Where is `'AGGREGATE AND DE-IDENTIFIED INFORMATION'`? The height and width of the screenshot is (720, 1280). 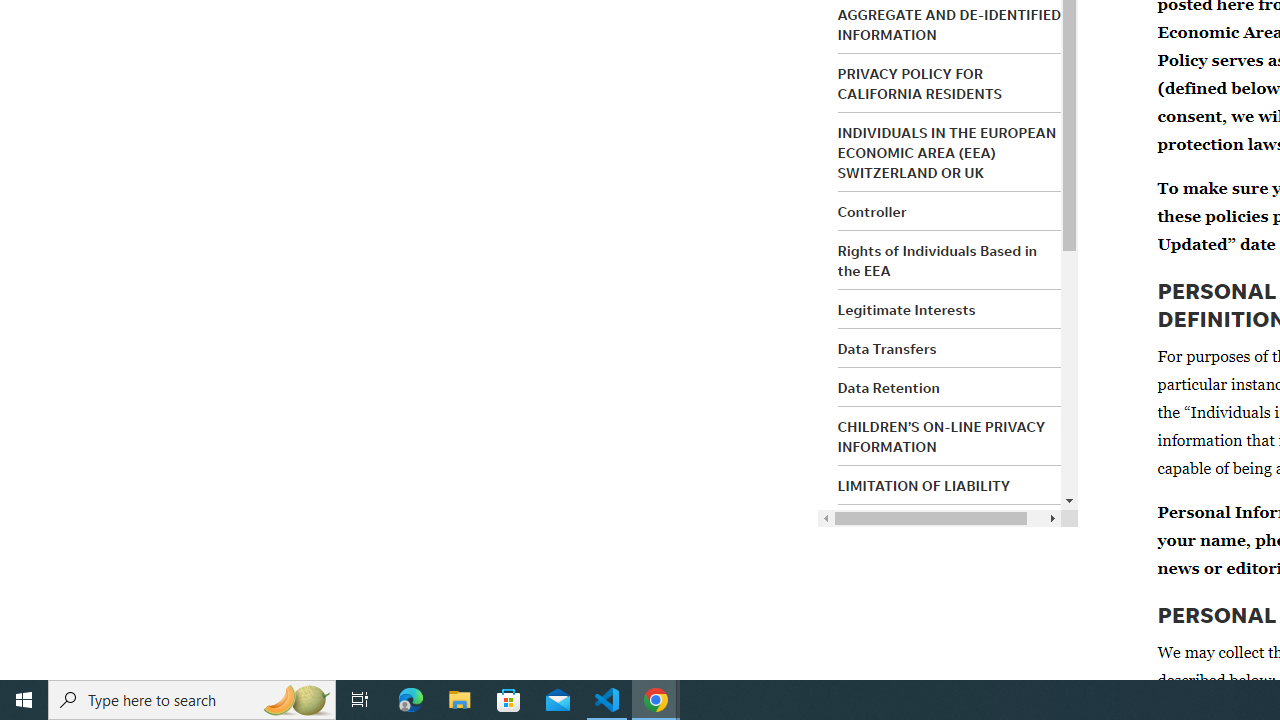
'AGGREGATE AND DE-IDENTIFIED INFORMATION' is located at coordinates (948, 24).